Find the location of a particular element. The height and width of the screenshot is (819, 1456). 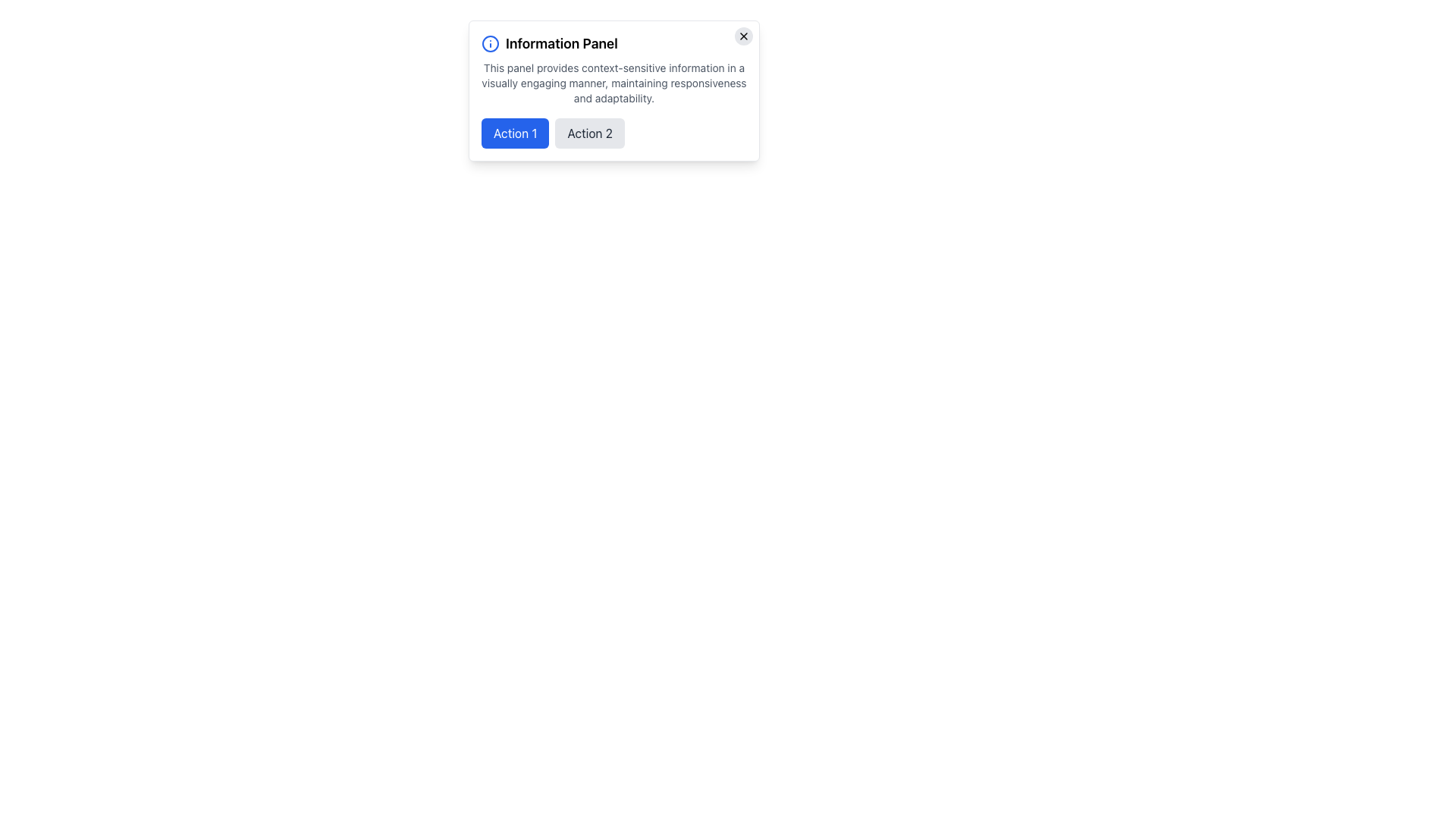

the outlined circular icon with a blue border resembling an 'info' symbol, located at the top-left corner of the 'Information Panel' to the immediate left of the text 'Information Panel' is located at coordinates (491, 42).